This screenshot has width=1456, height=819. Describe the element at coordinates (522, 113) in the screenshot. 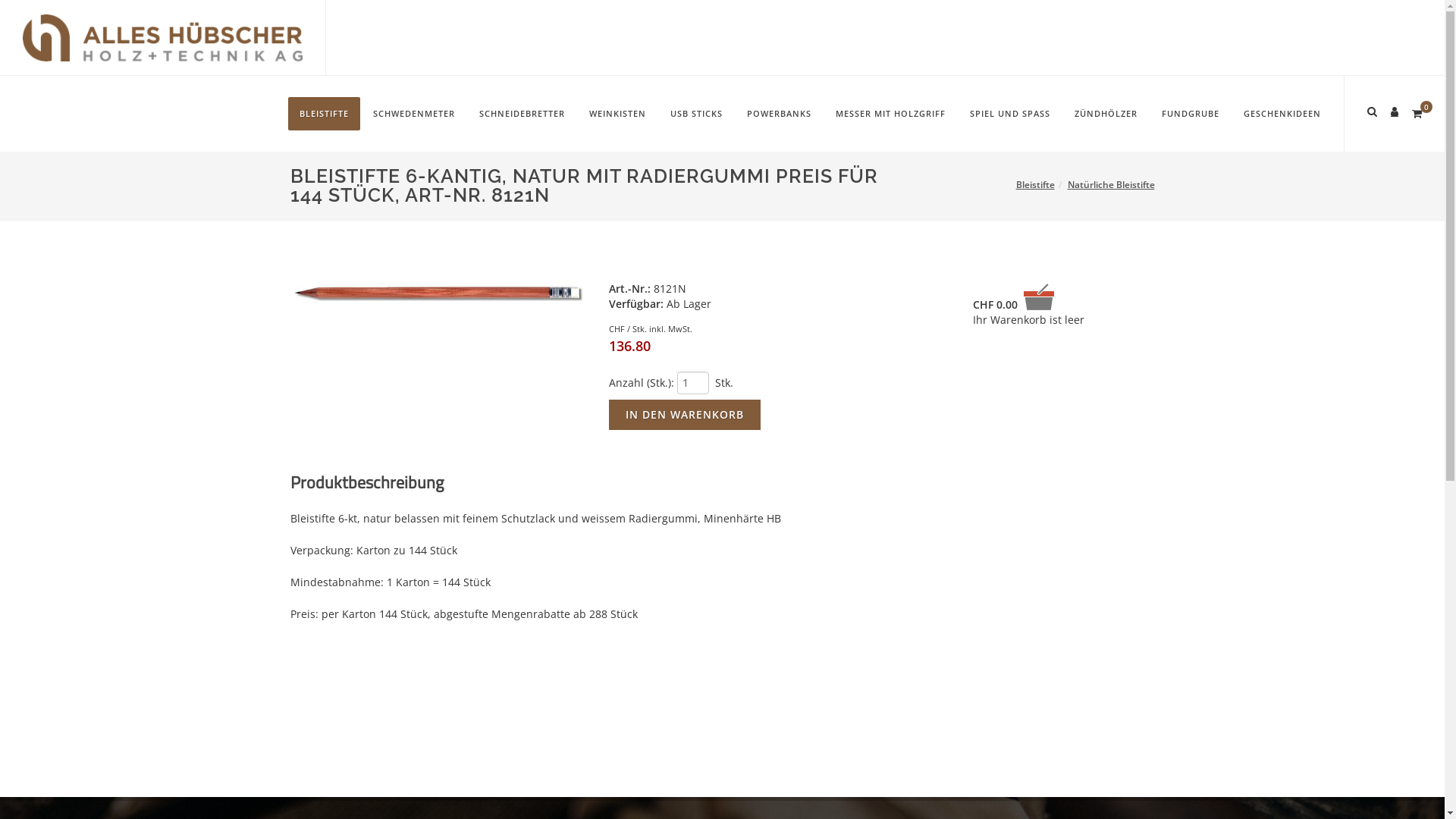

I see `'SCHNEIDEBRETTER'` at that location.